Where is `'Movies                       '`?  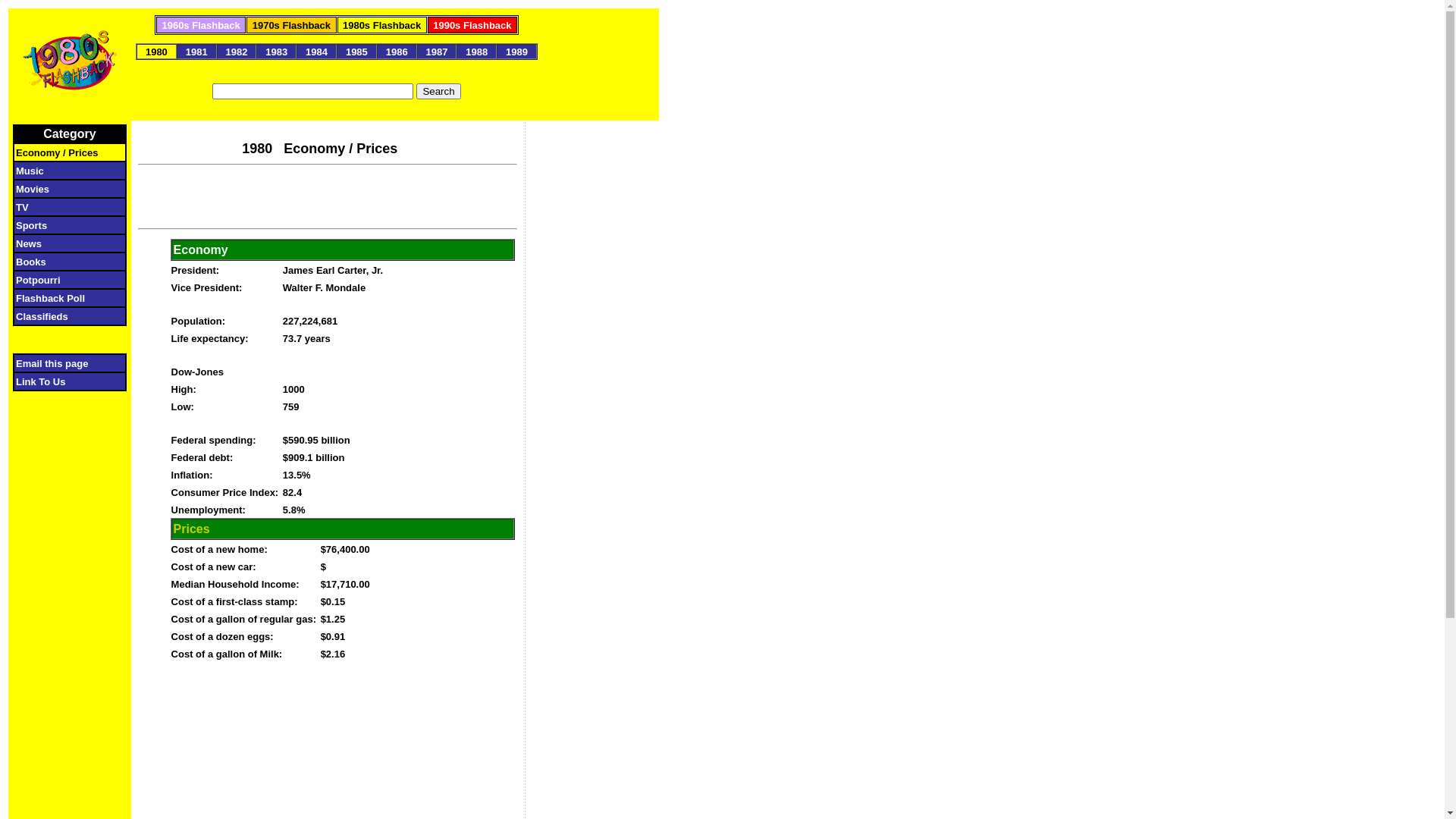
'Movies                       ' is located at coordinates (63, 187).